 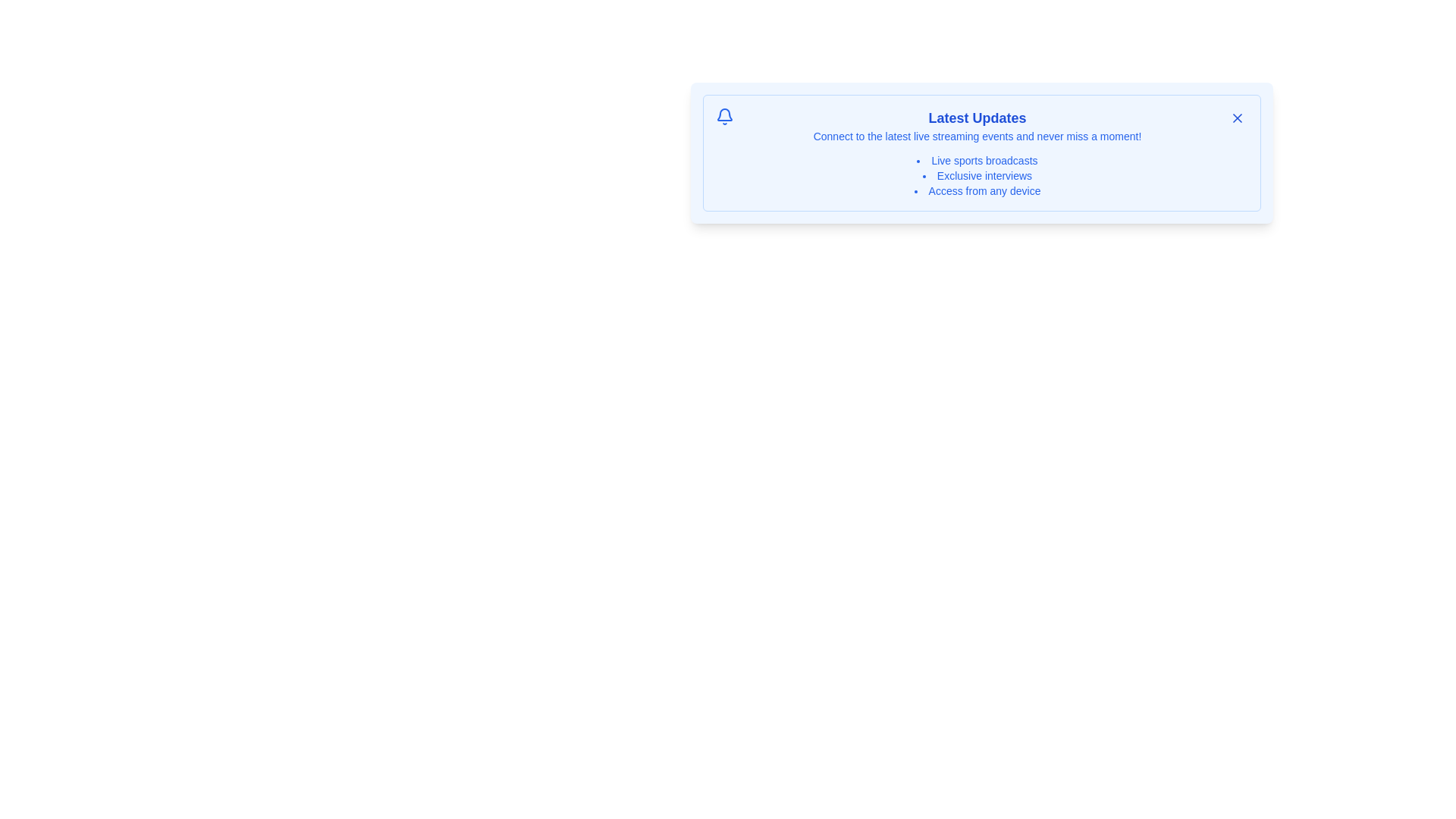 I want to click on the bell icon to emphasize its visual importance, so click(x=723, y=116).